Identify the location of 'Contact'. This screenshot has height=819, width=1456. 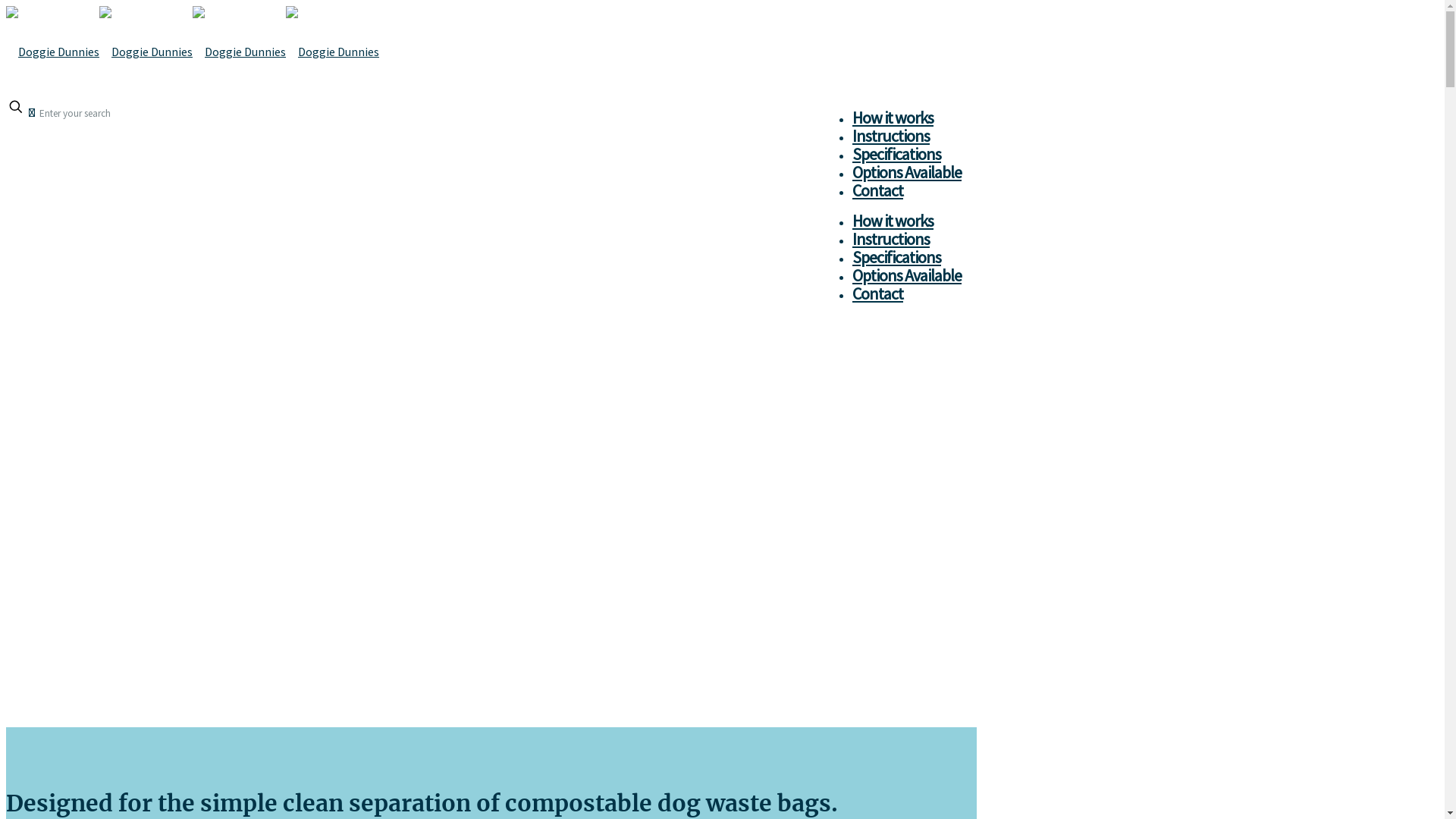
(877, 293).